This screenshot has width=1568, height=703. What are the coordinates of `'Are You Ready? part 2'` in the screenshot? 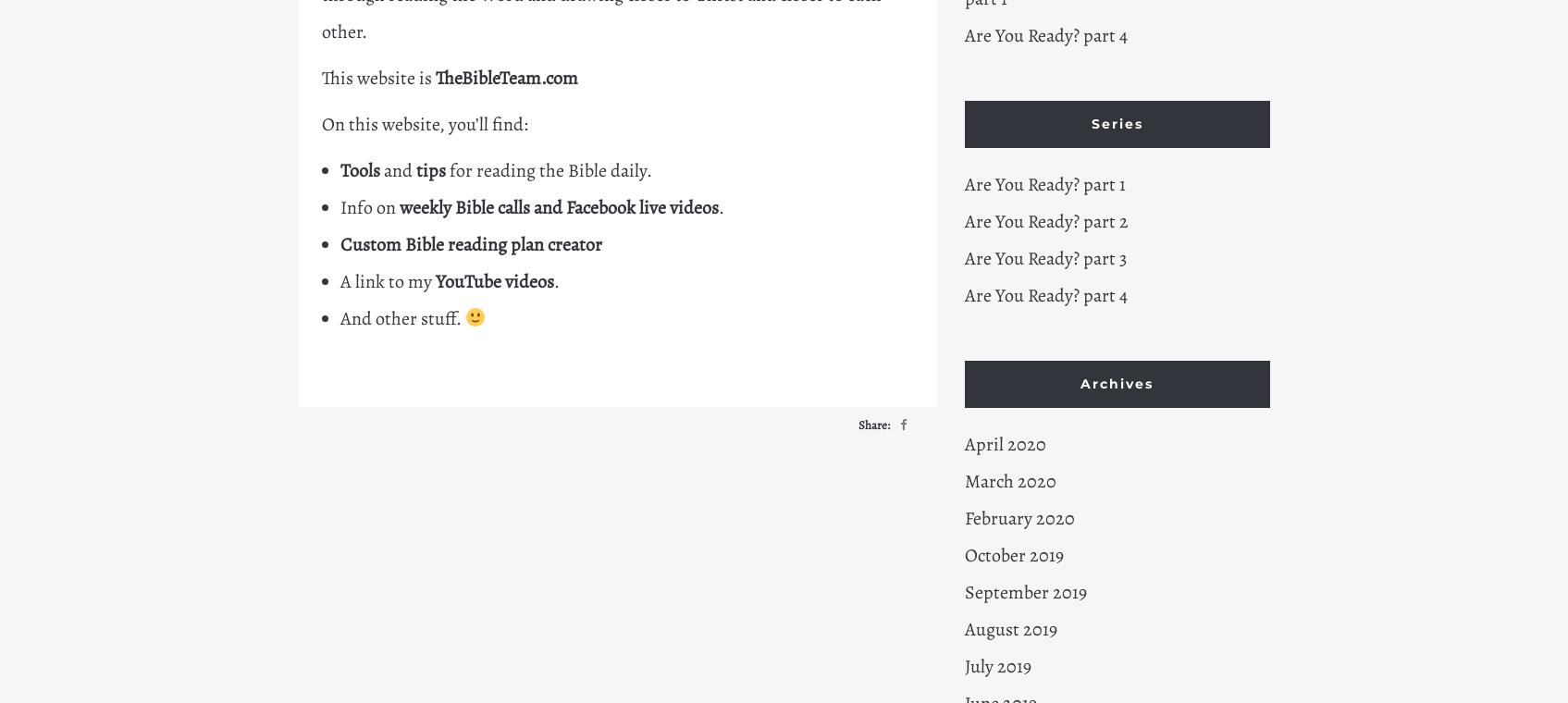 It's located at (1044, 220).